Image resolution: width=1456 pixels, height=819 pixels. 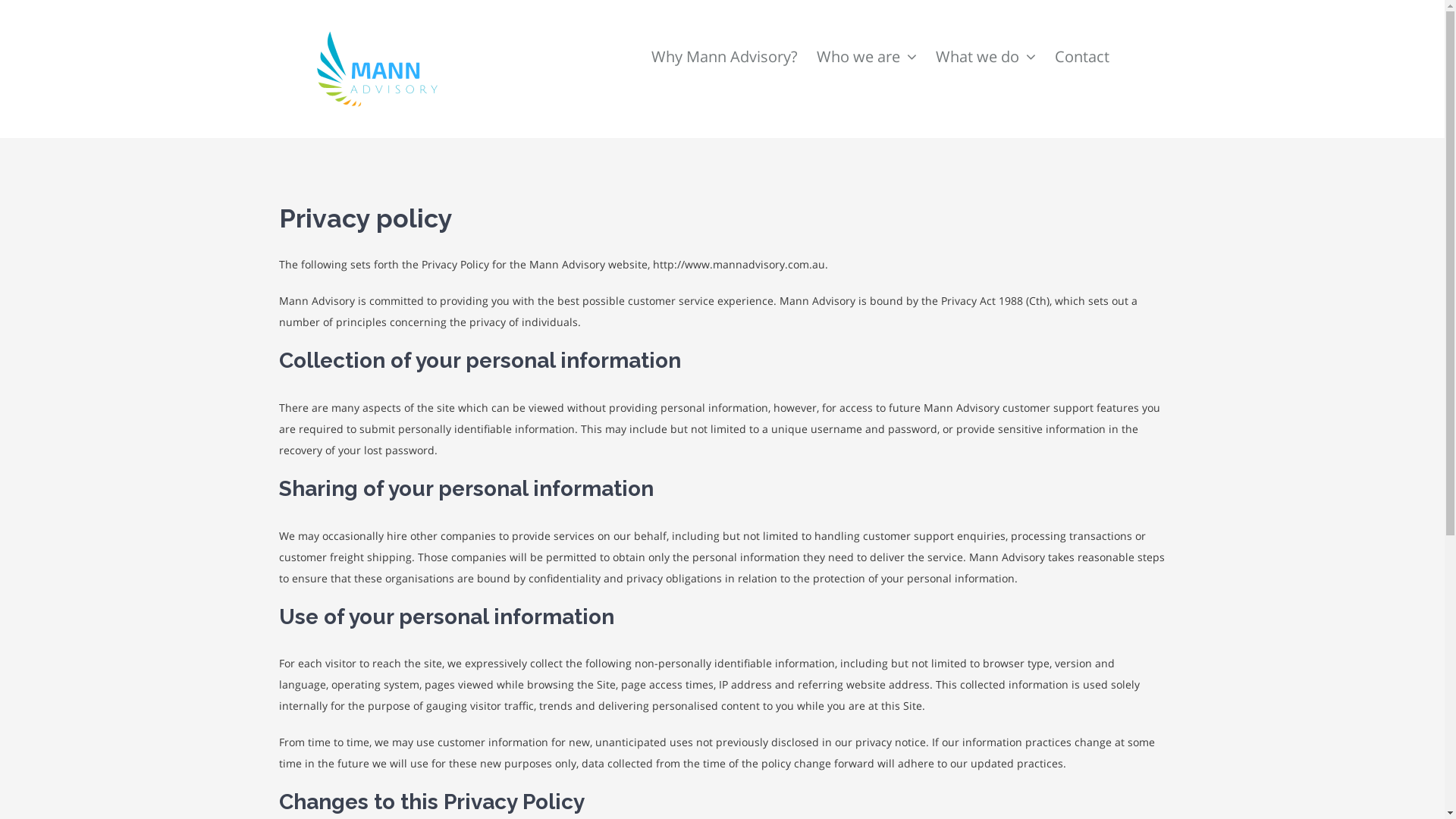 What do you see at coordinates (723, 37) in the screenshot?
I see `'Why Mann Advisory?'` at bounding box center [723, 37].